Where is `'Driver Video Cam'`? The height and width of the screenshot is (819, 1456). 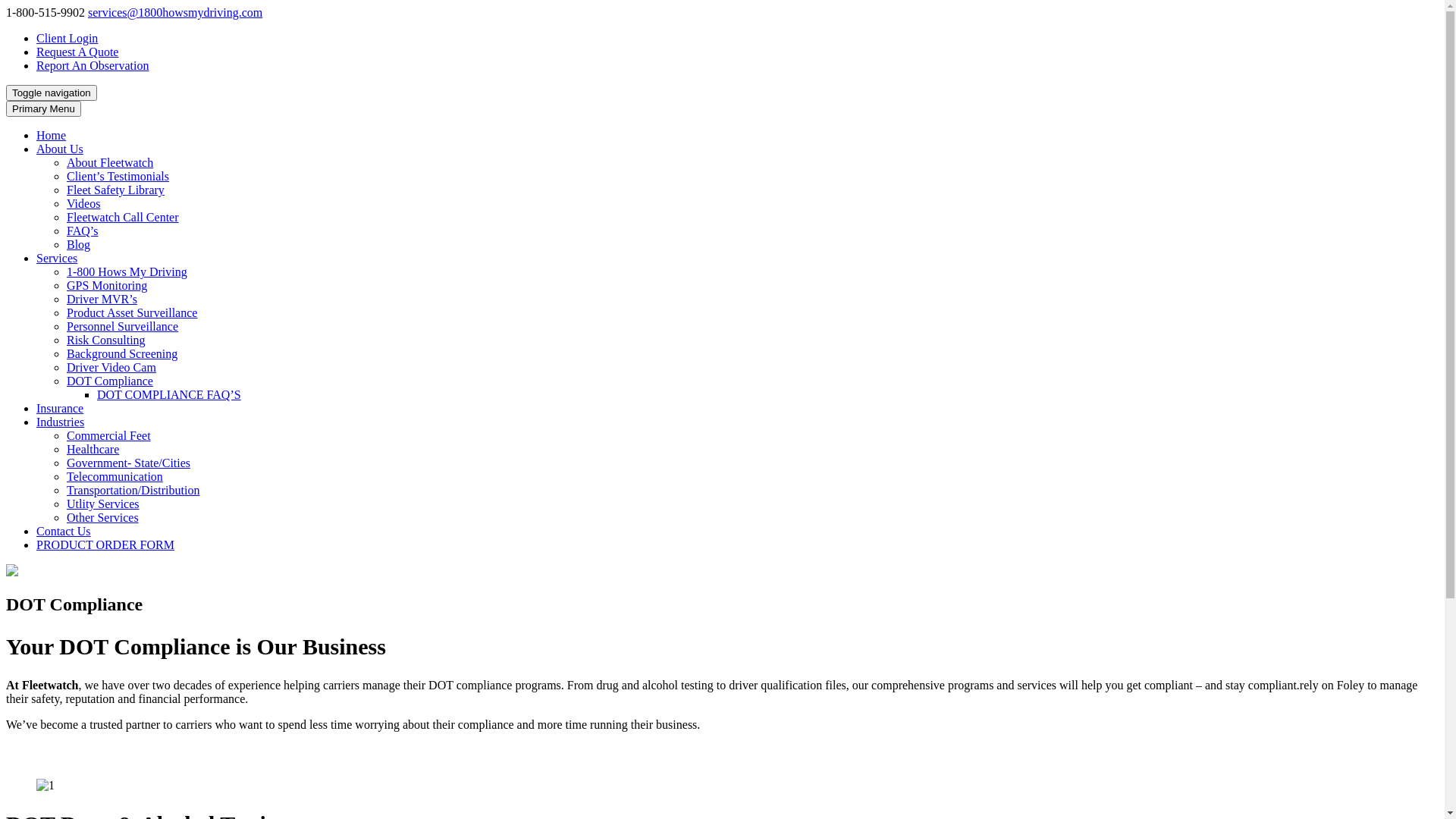
'Driver Video Cam' is located at coordinates (111, 367).